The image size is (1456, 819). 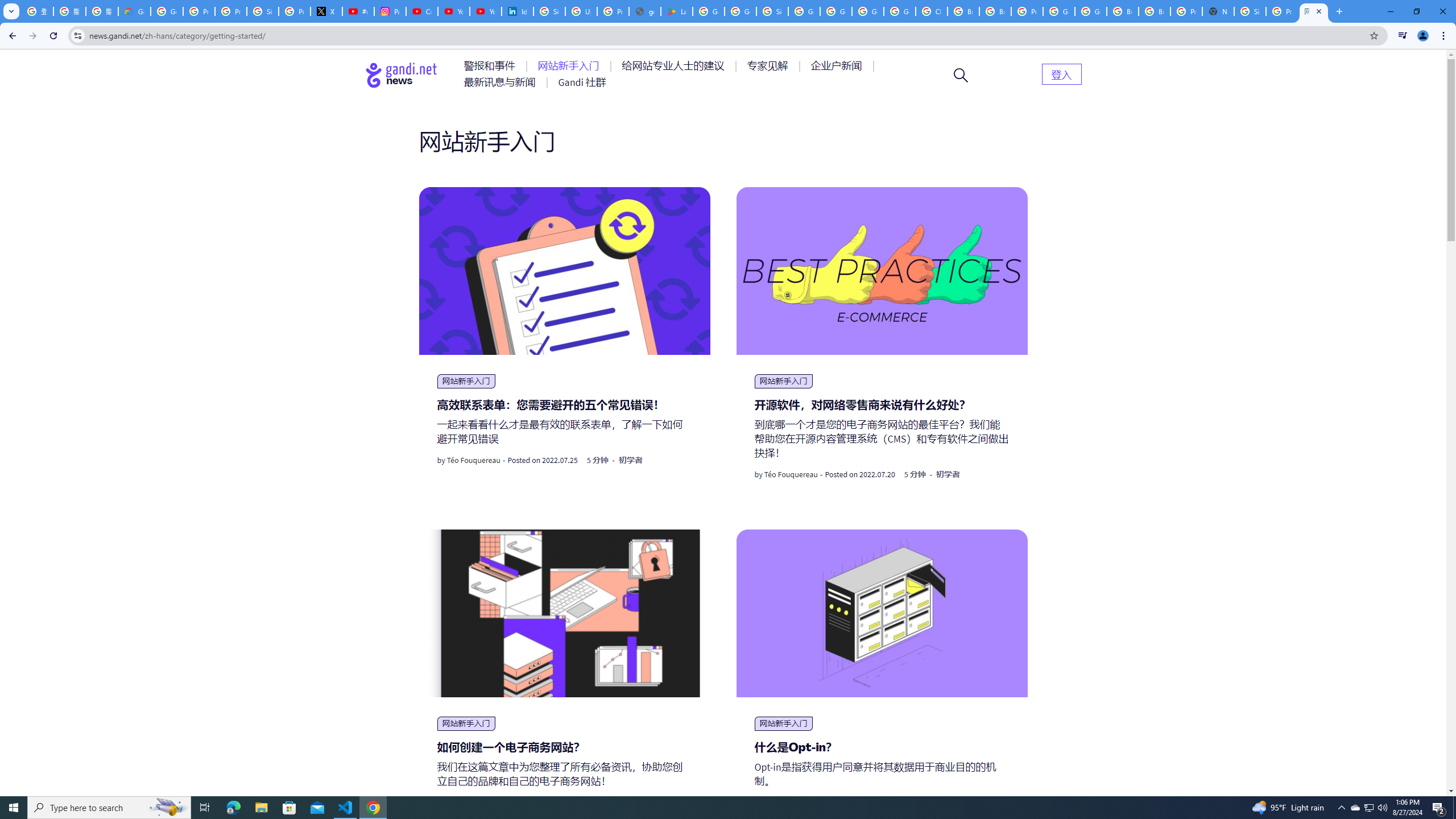 What do you see at coordinates (960, 74) in the screenshot?
I see `'Open search form'` at bounding box center [960, 74].